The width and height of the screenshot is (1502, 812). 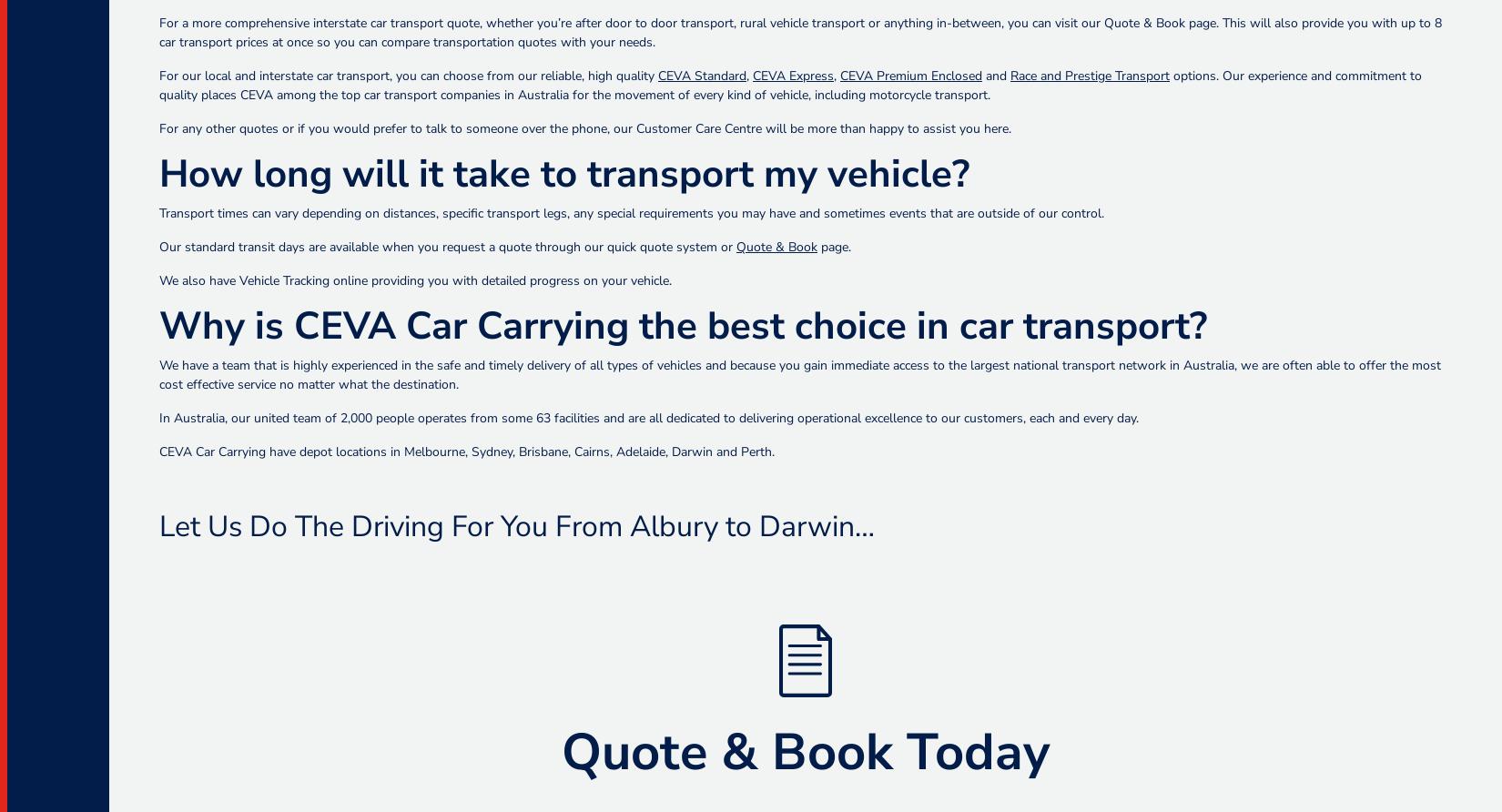 What do you see at coordinates (159, 247) in the screenshot?
I see `'Our standard transit days are available when you request a quote through our quick quote system or'` at bounding box center [159, 247].